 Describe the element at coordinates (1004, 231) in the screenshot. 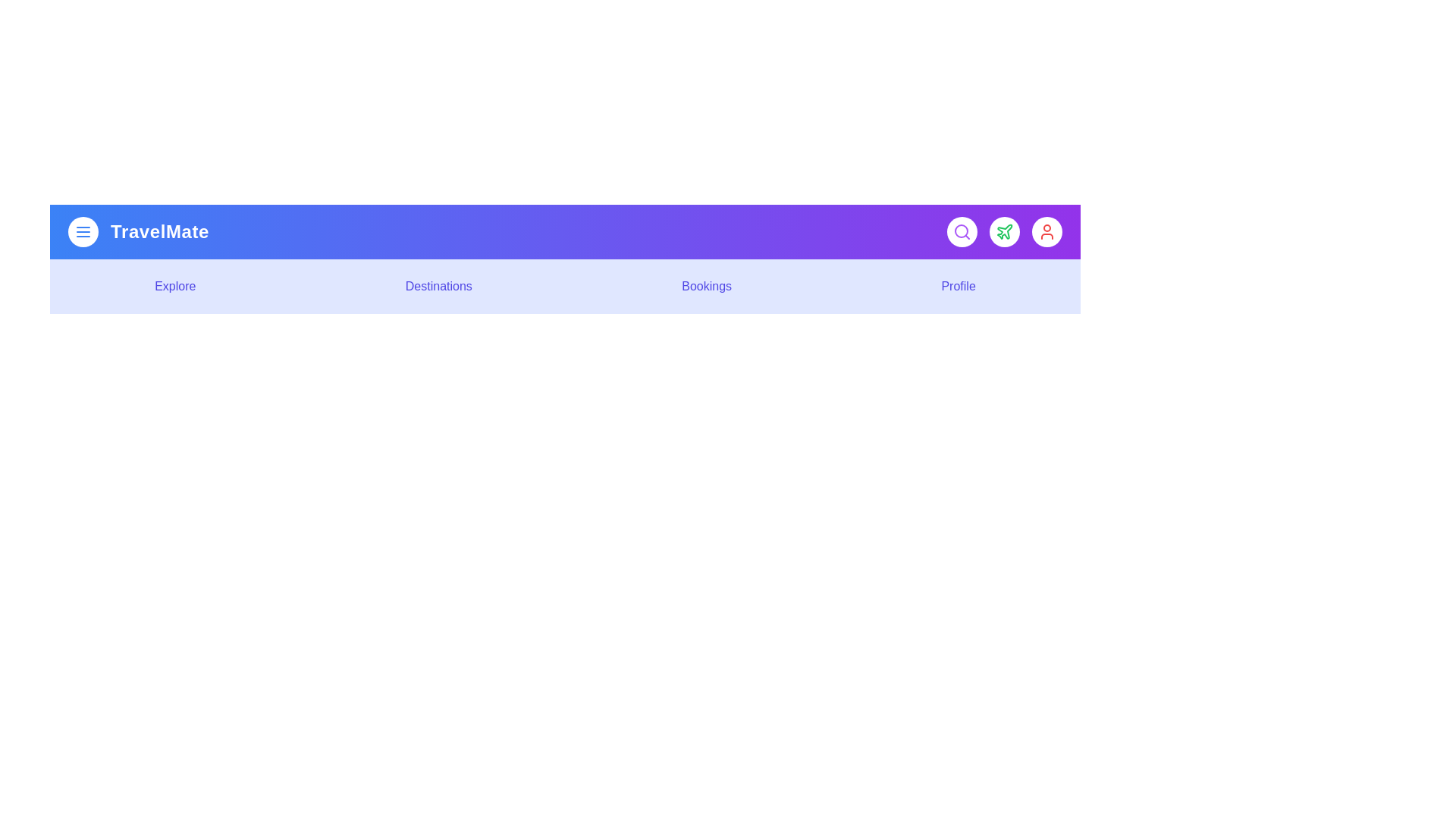

I see `the interactive element Plane Button to observe visual feedback` at that location.